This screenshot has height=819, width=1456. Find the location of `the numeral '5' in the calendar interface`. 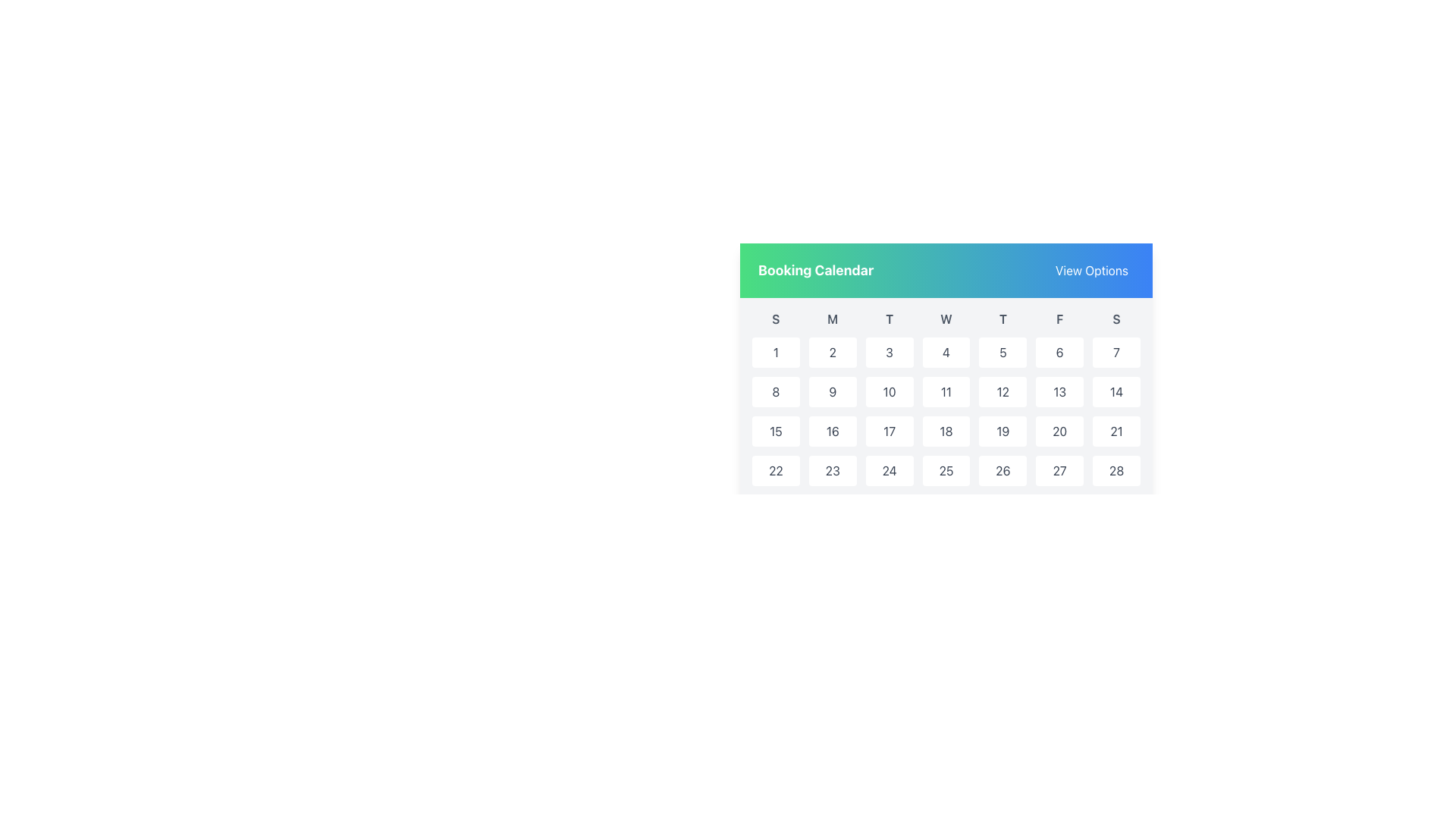

the numeral '5' in the calendar interface is located at coordinates (1003, 353).